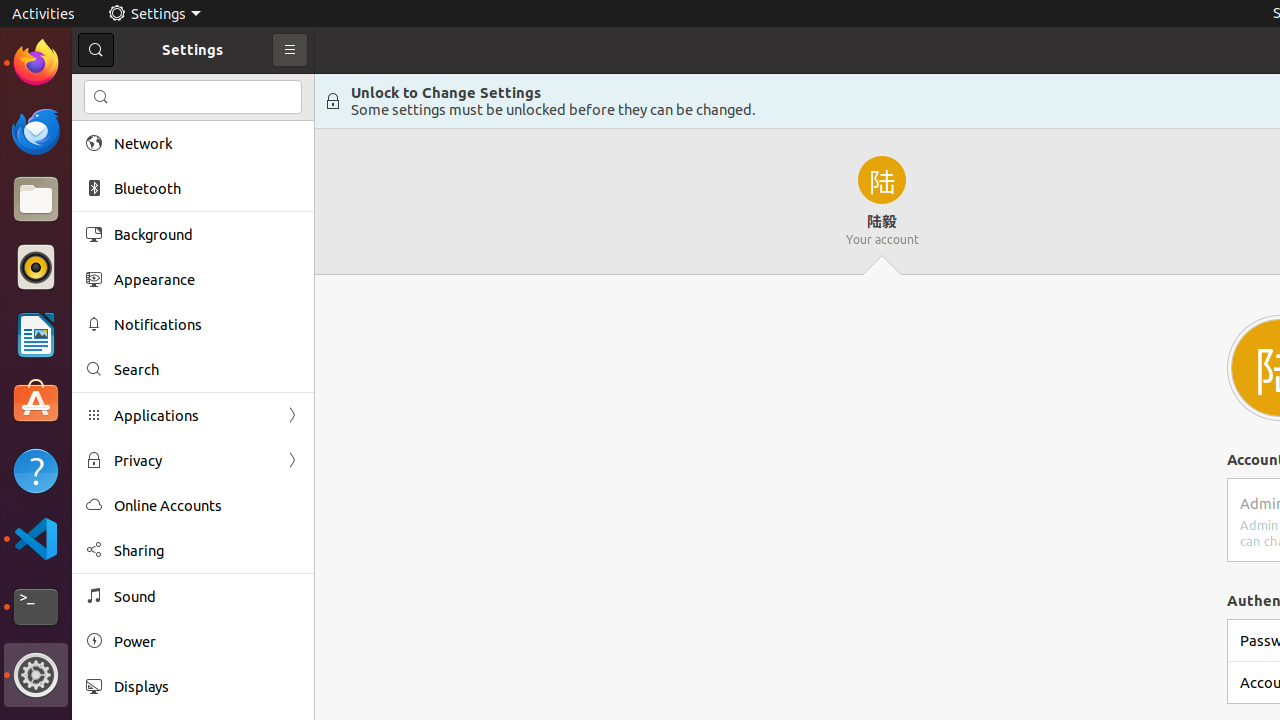 Image resolution: width=1280 pixels, height=720 pixels. Describe the element at coordinates (206, 188) in the screenshot. I see `'Bluetooth'` at that location.